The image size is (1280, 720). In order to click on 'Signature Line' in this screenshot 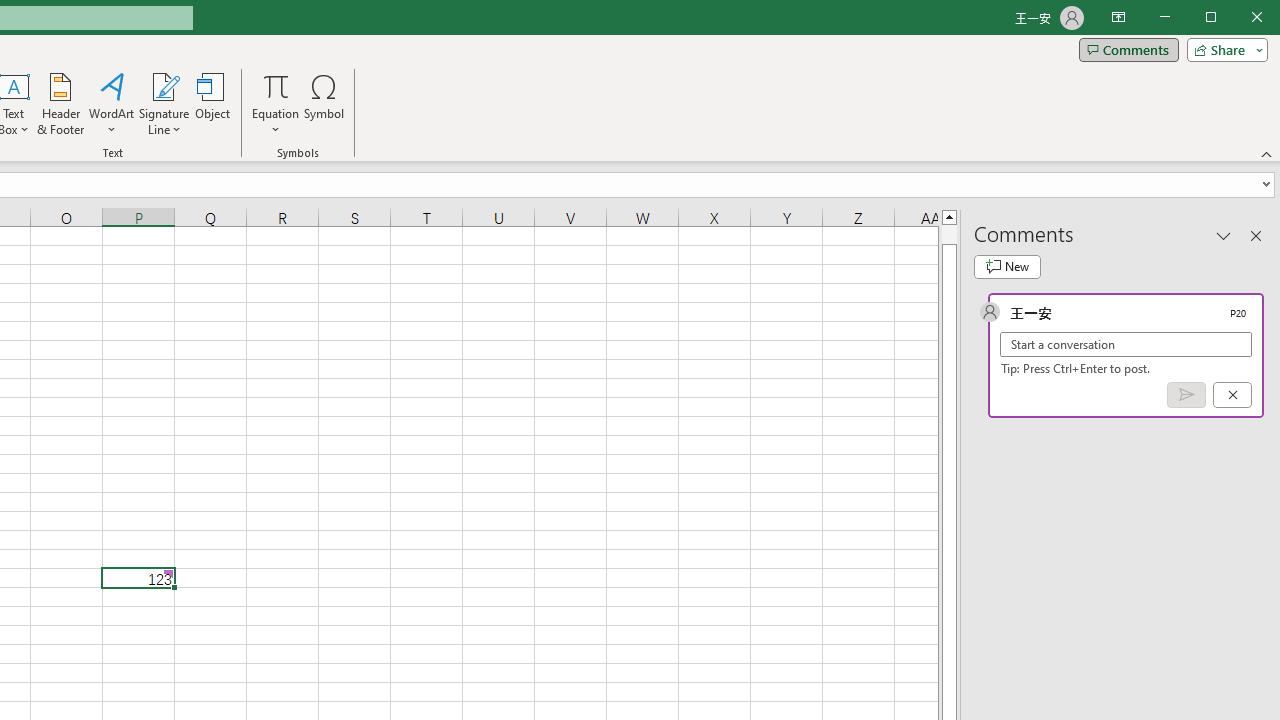, I will do `click(164, 85)`.